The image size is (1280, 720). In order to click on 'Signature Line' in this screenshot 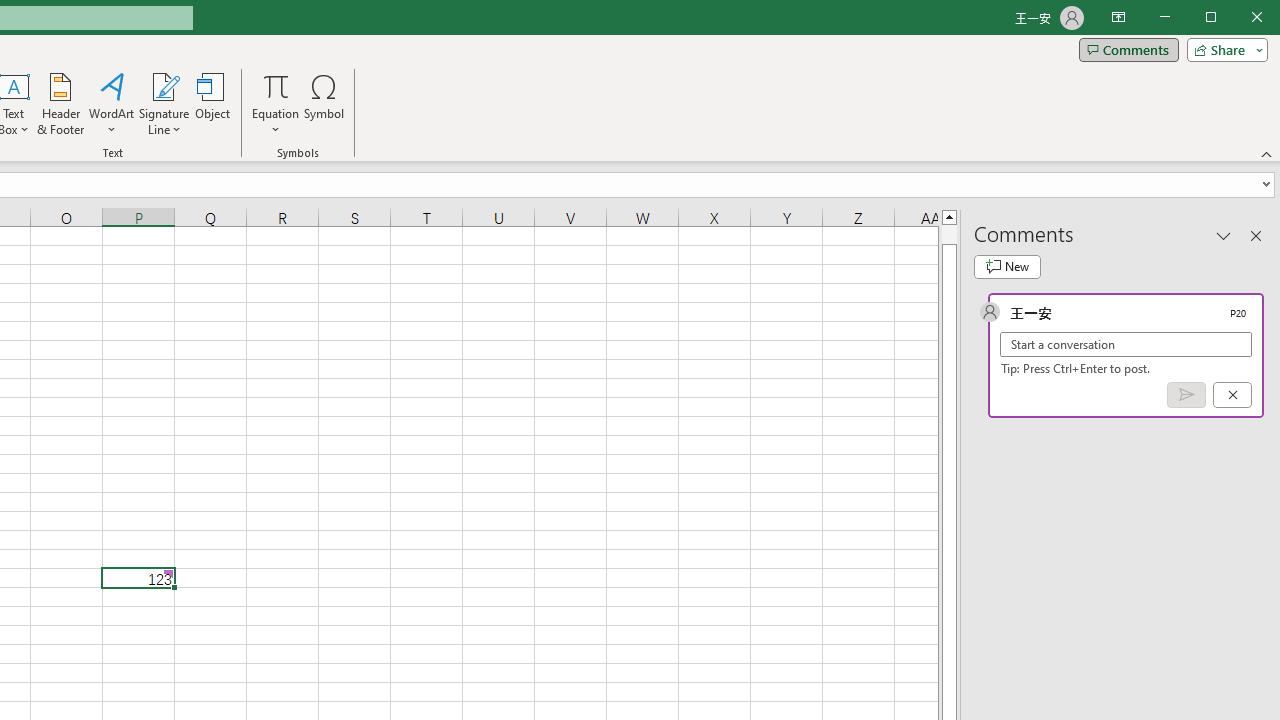, I will do `click(164, 85)`.